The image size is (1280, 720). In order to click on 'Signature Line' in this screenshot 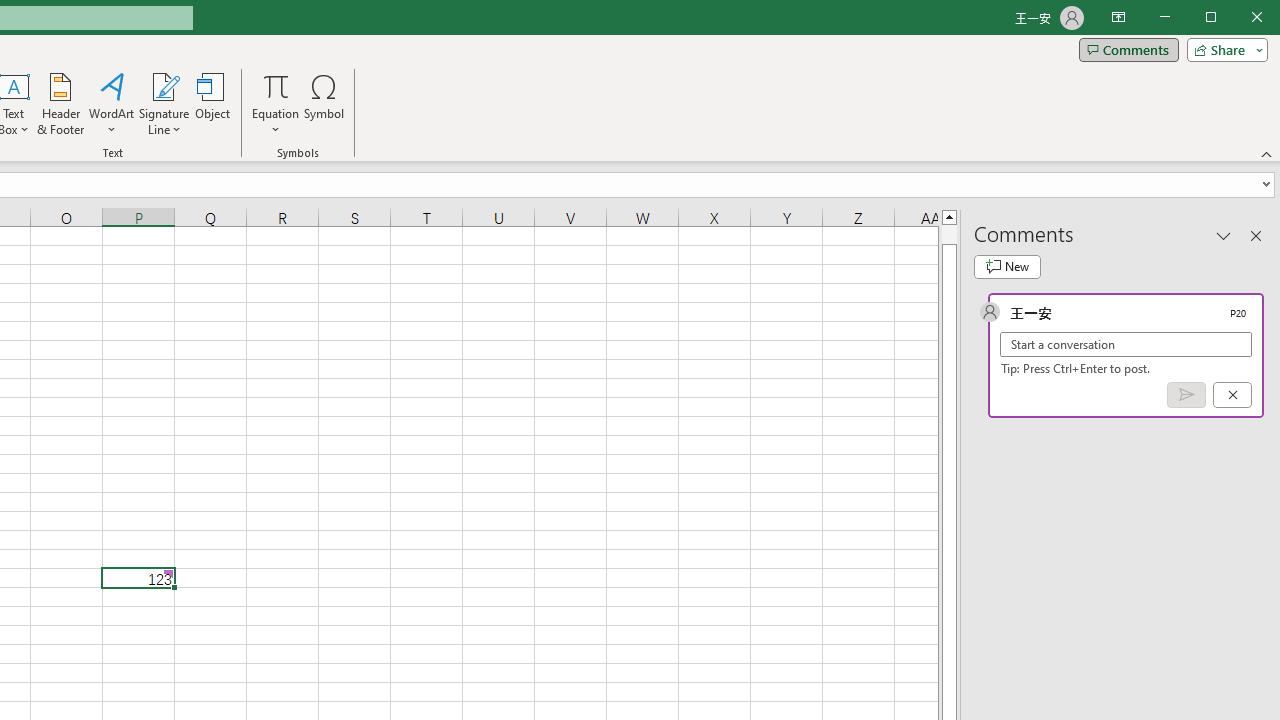, I will do `click(164, 85)`.